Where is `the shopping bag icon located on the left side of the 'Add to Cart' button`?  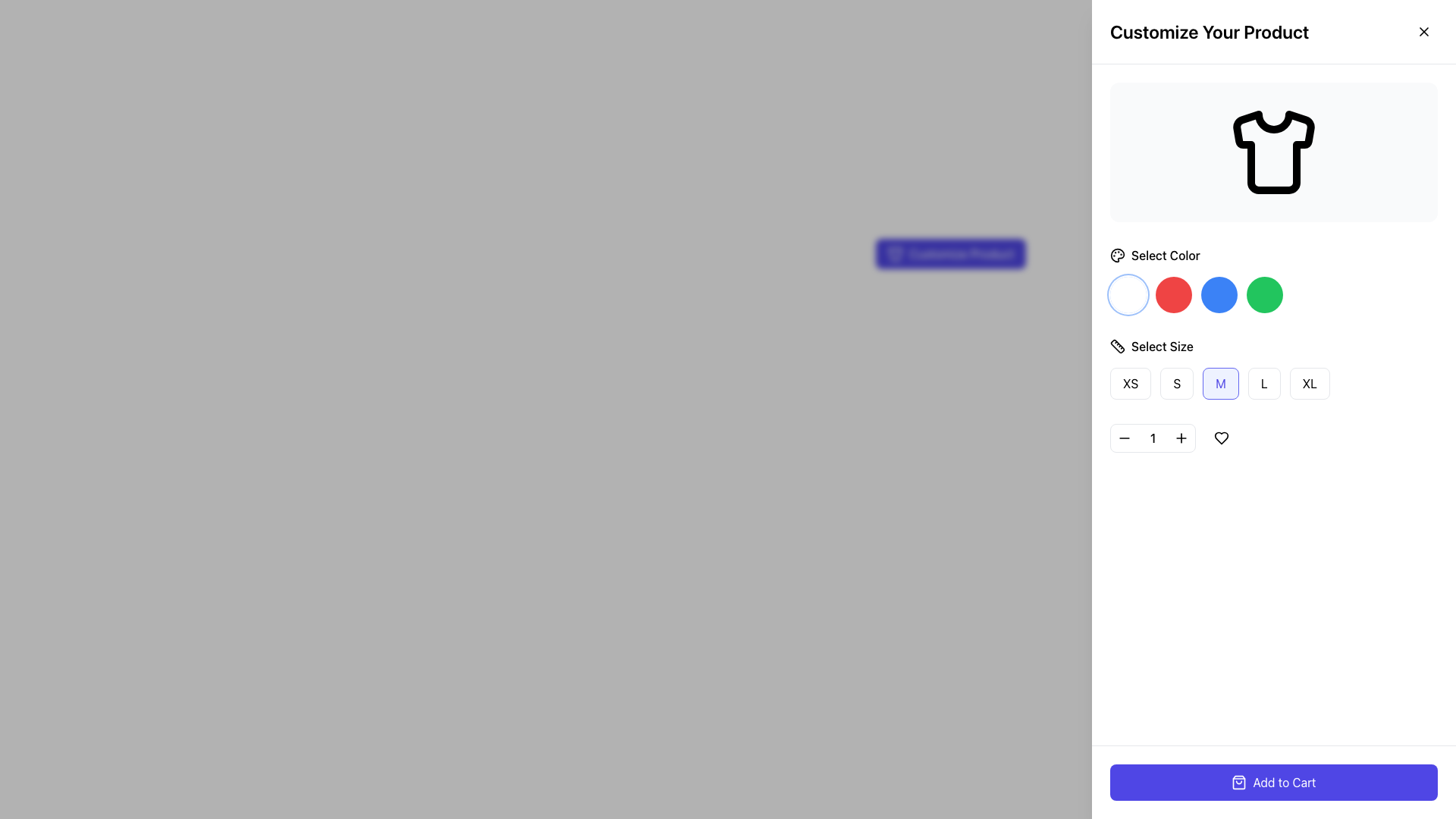 the shopping bag icon located on the left side of the 'Add to Cart' button is located at coordinates (1238, 783).